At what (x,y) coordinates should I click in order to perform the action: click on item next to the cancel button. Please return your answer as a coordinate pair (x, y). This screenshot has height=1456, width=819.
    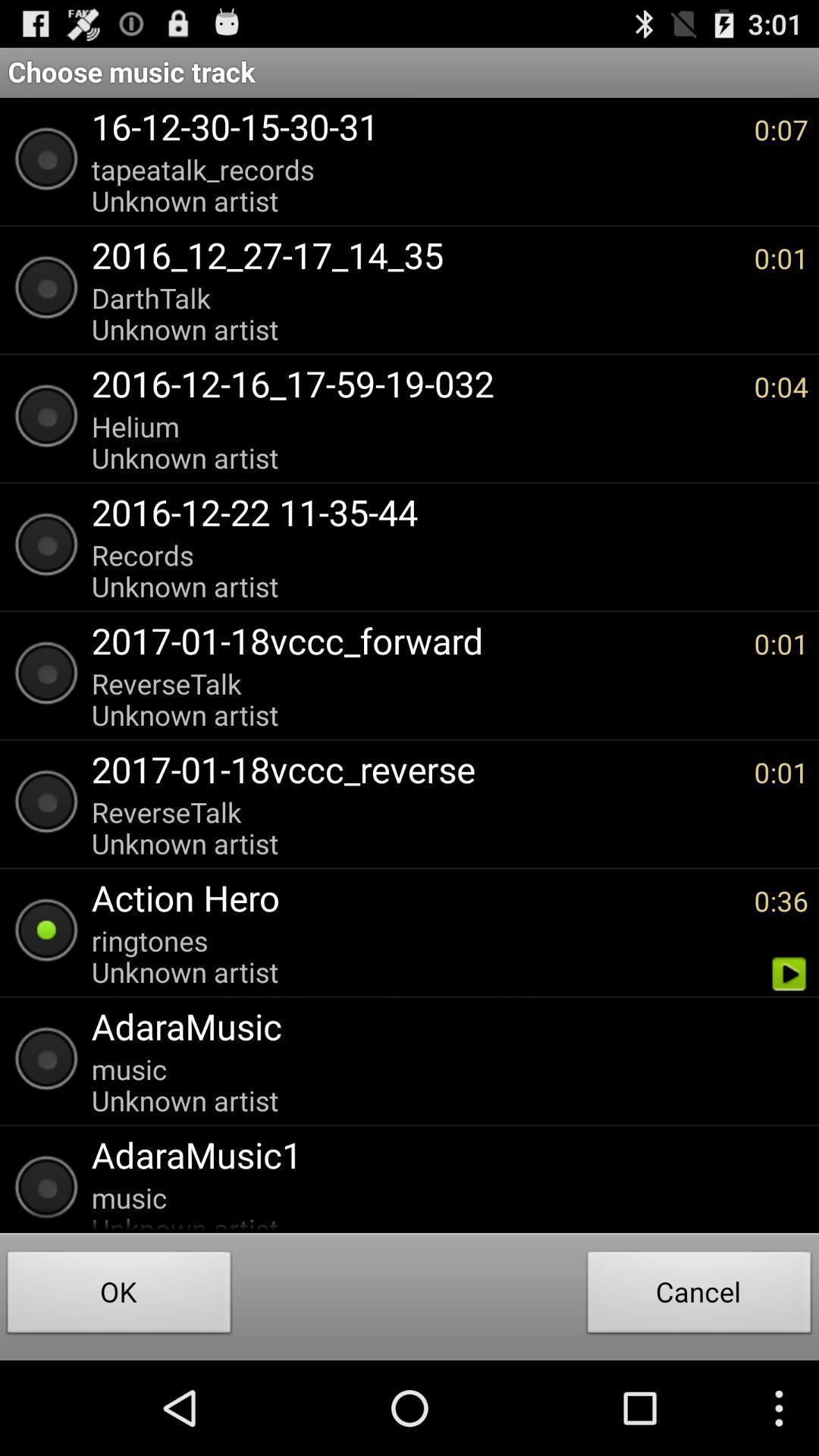
    Looking at the image, I should click on (118, 1295).